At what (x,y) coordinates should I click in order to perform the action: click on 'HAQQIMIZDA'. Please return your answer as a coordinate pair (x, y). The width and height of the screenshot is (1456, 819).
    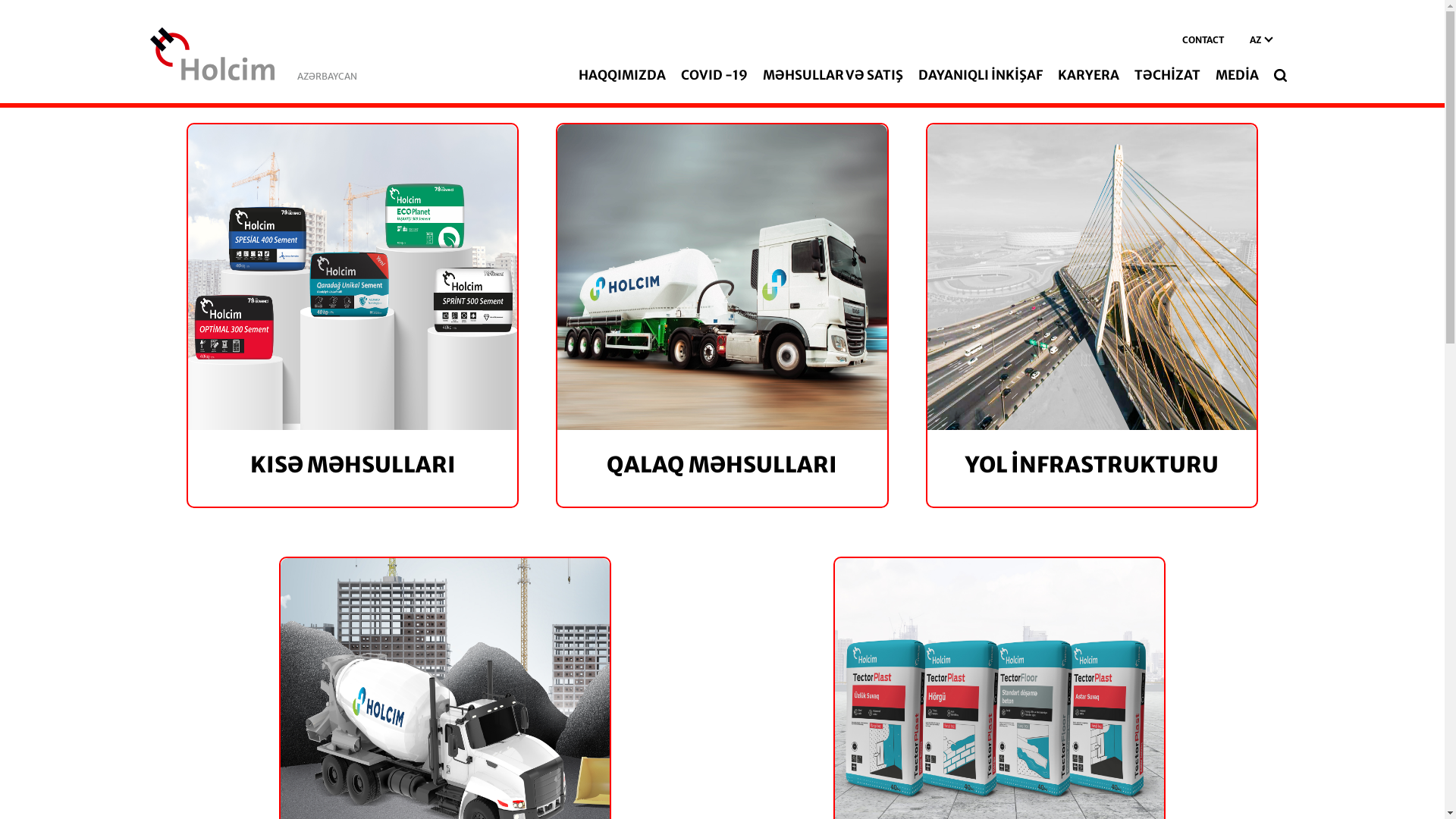
    Looking at the image, I should click on (578, 75).